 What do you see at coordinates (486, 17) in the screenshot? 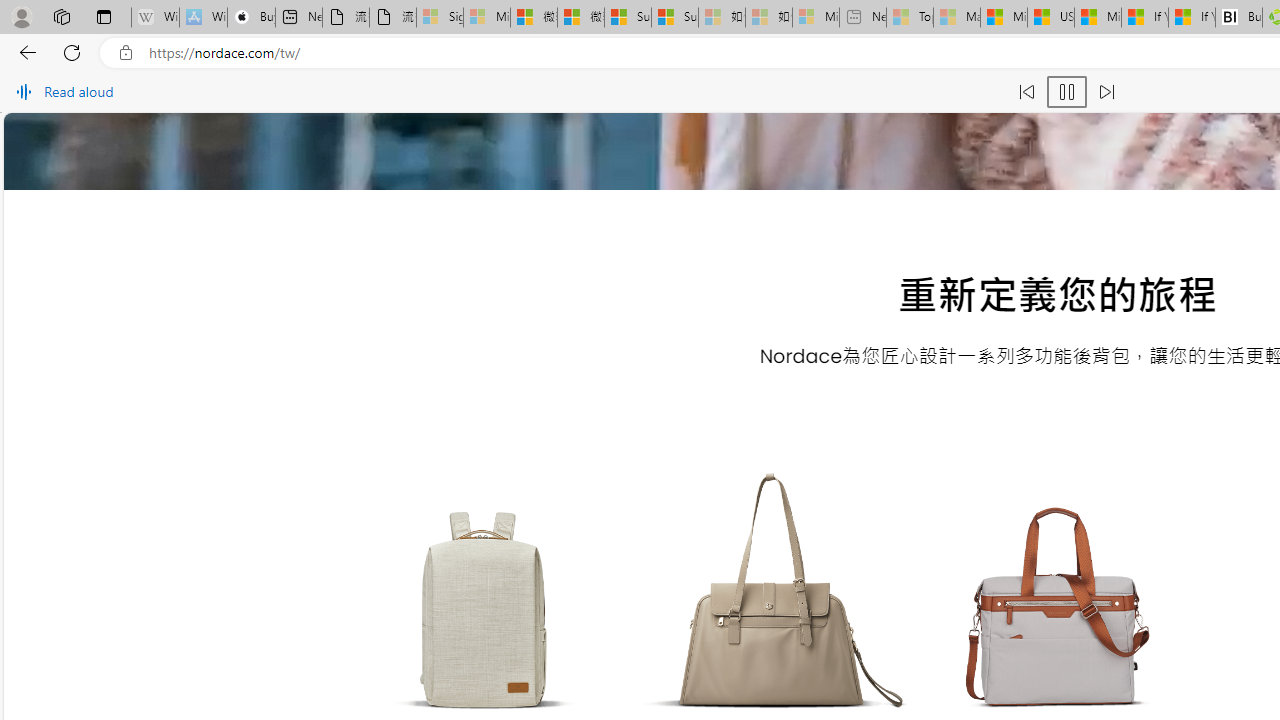
I see `'Microsoft Services Agreement - Sleeping'` at bounding box center [486, 17].